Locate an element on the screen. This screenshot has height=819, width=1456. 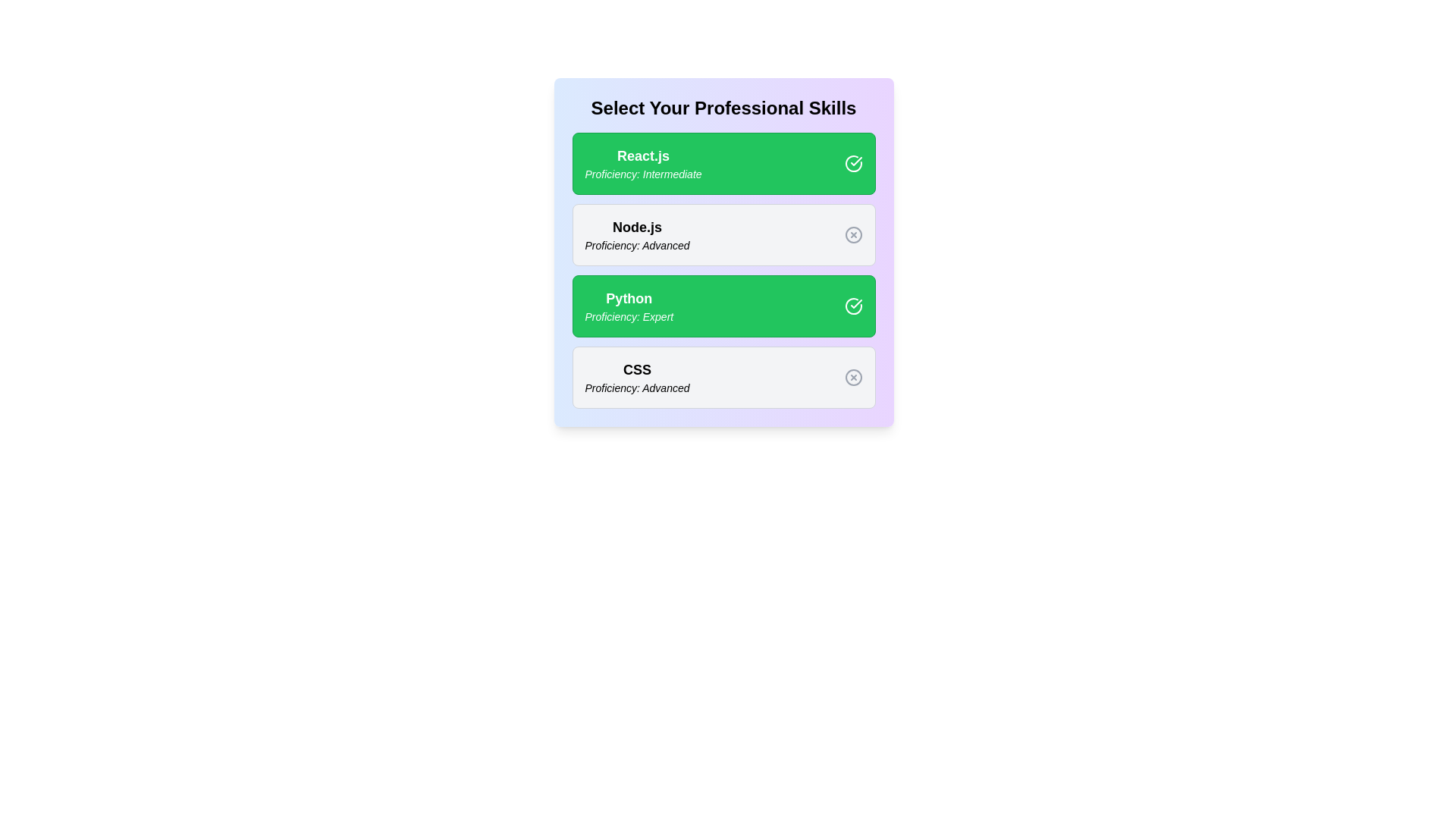
the skill card for Python is located at coordinates (723, 306).